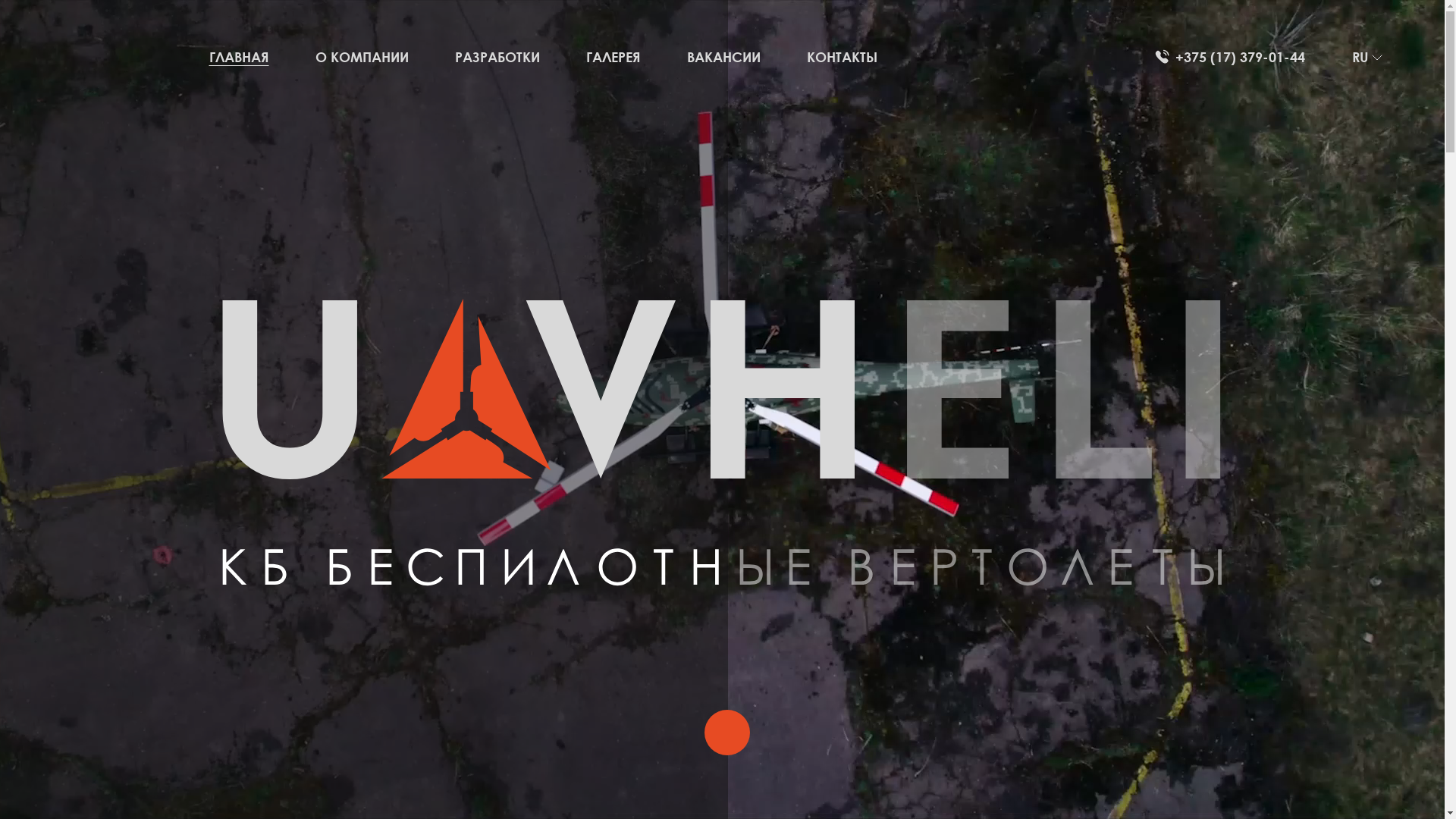 The height and width of the screenshot is (819, 1456). What do you see at coordinates (1230, 57) in the screenshot?
I see `'+375 (17) 379-01-44'` at bounding box center [1230, 57].